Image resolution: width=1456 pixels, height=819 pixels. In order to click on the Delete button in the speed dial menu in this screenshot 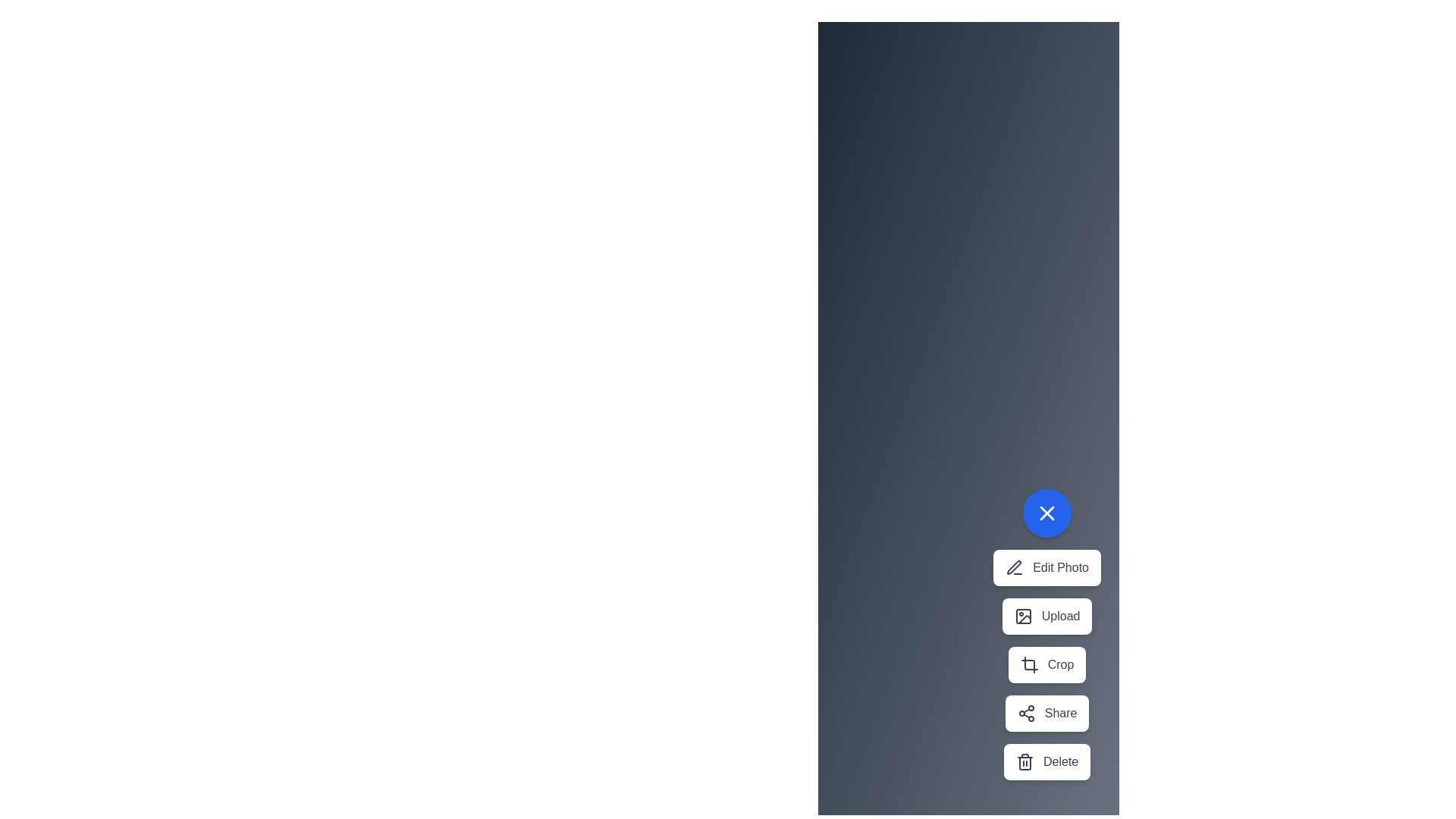, I will do `click(1046, 762)`.